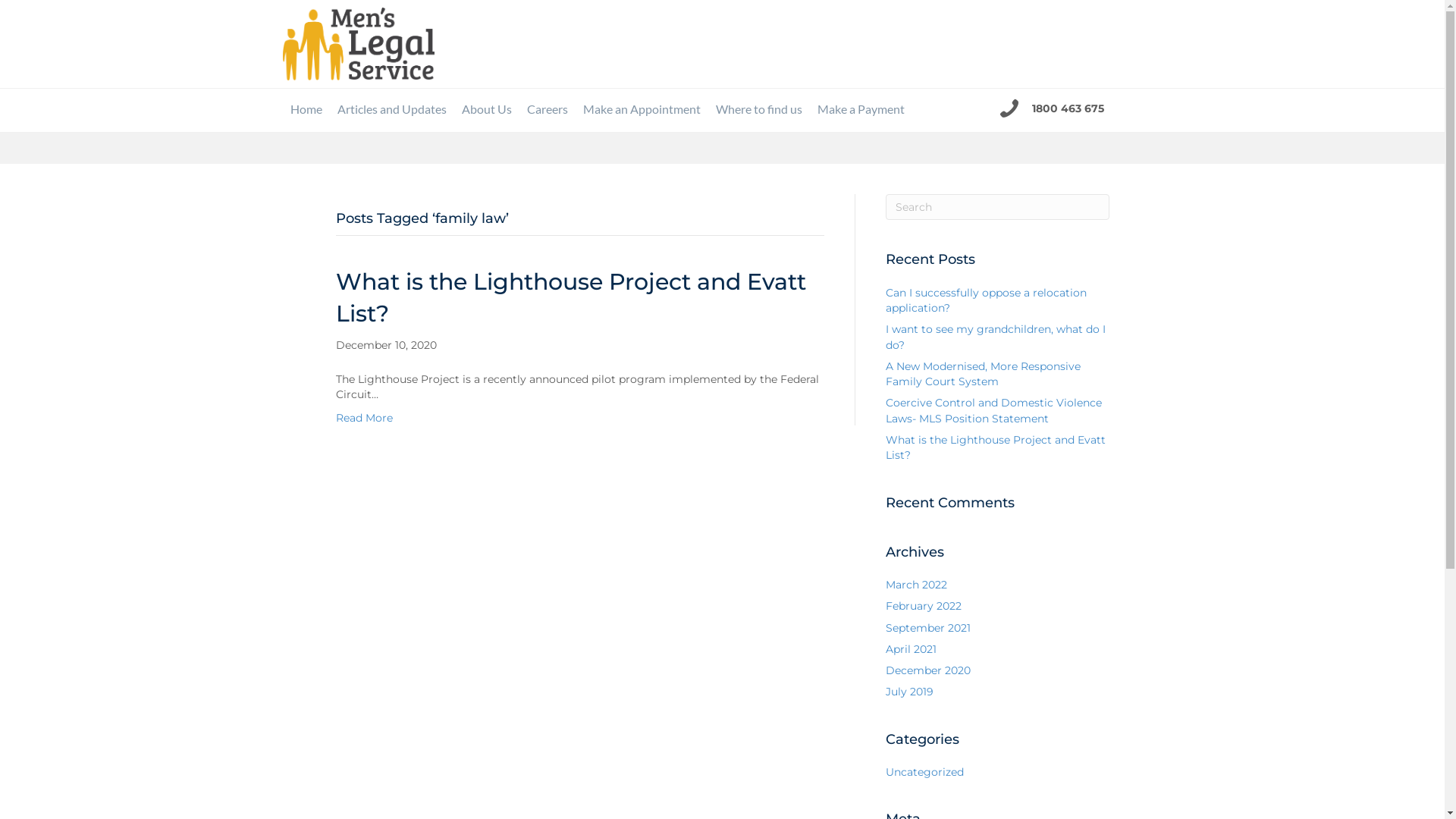 The width and height of the screenshot is (1456, 819). Describe the element at coordinates (885, 604) in the screenshot. I see `'February 2022'` at that location.